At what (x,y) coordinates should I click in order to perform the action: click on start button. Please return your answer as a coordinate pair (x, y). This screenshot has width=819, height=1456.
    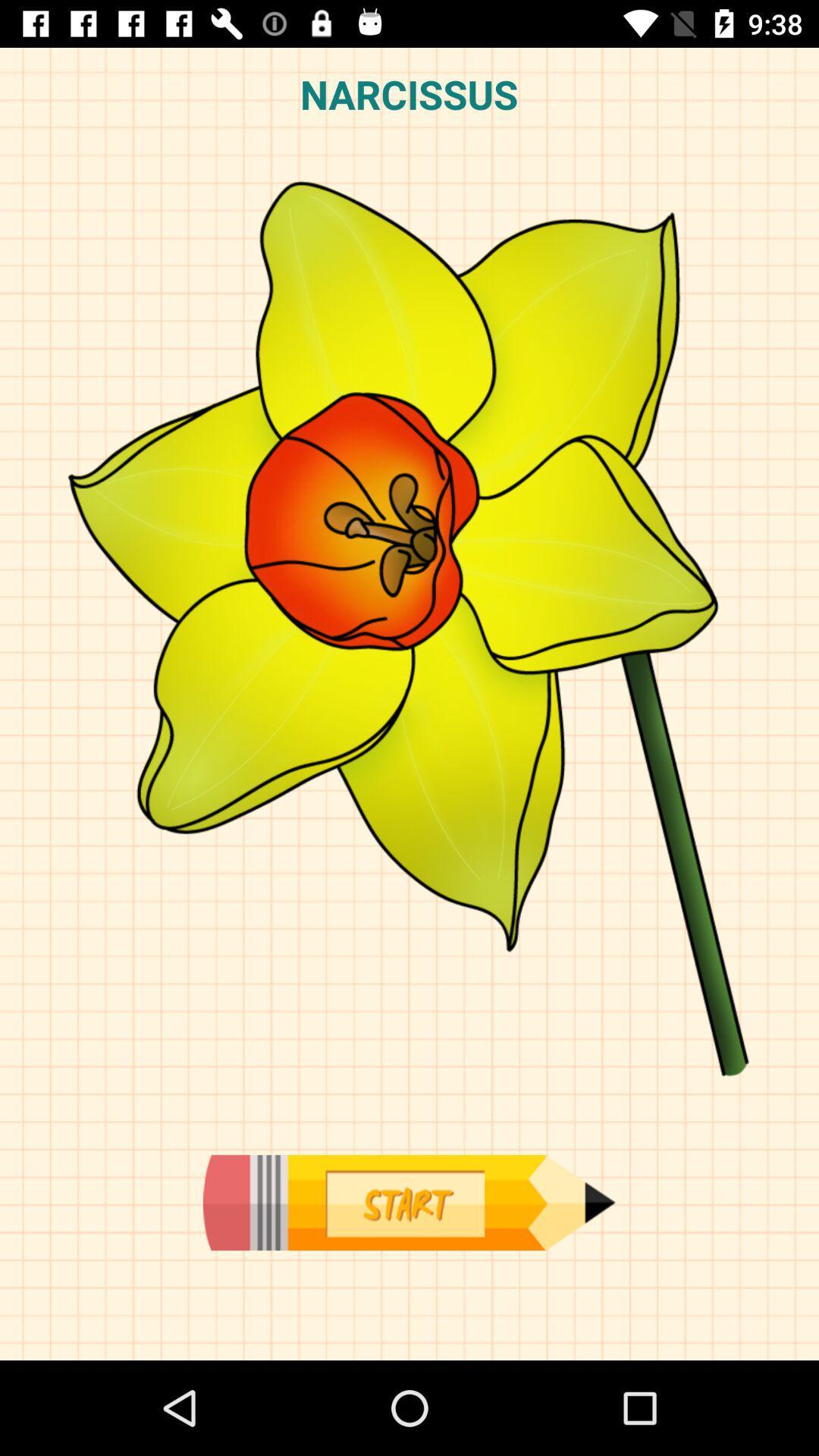
    Looking at the image, I should click on (408, 1202).